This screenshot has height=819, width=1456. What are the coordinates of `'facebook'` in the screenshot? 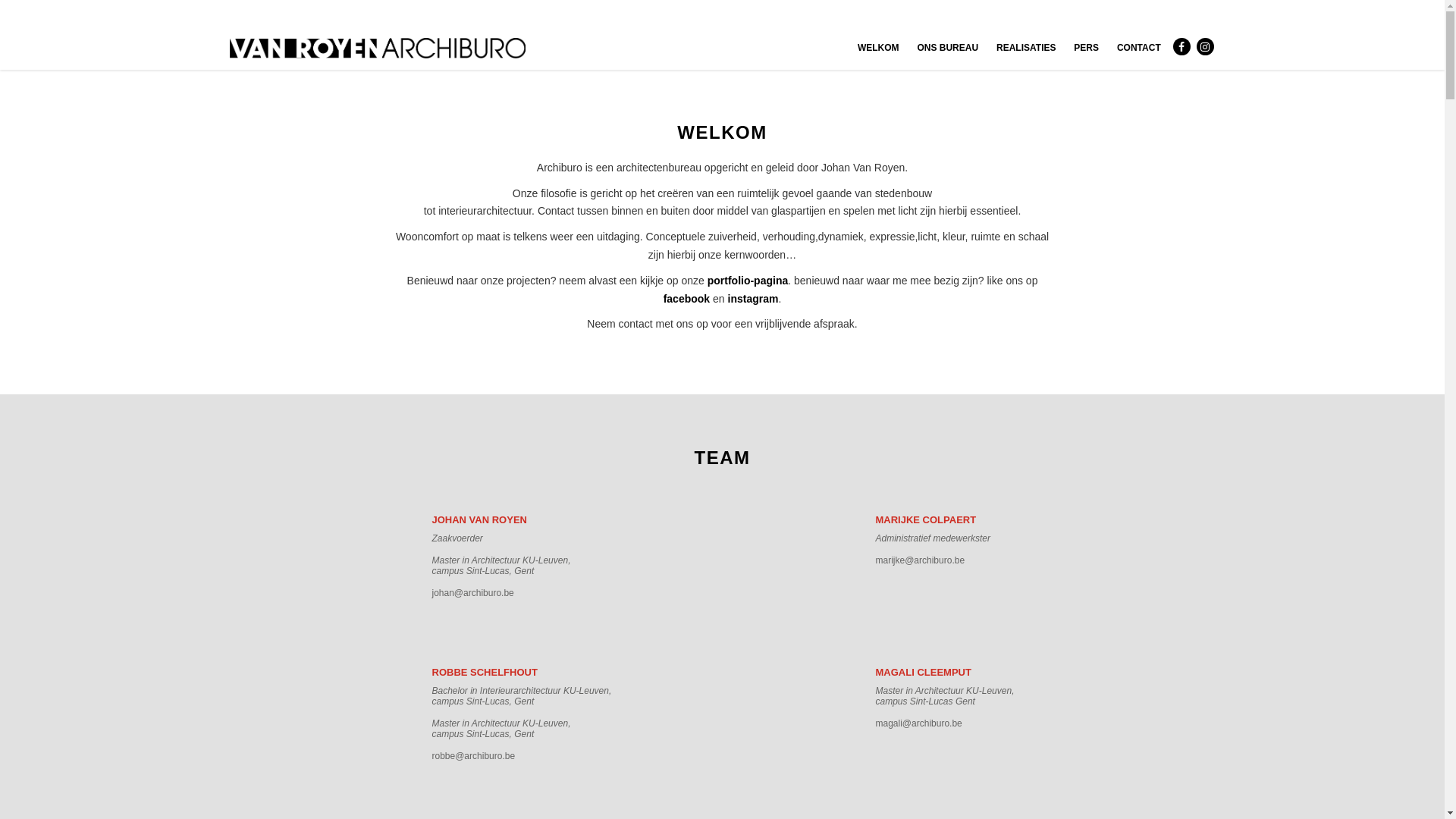 It's located at (686, 298).